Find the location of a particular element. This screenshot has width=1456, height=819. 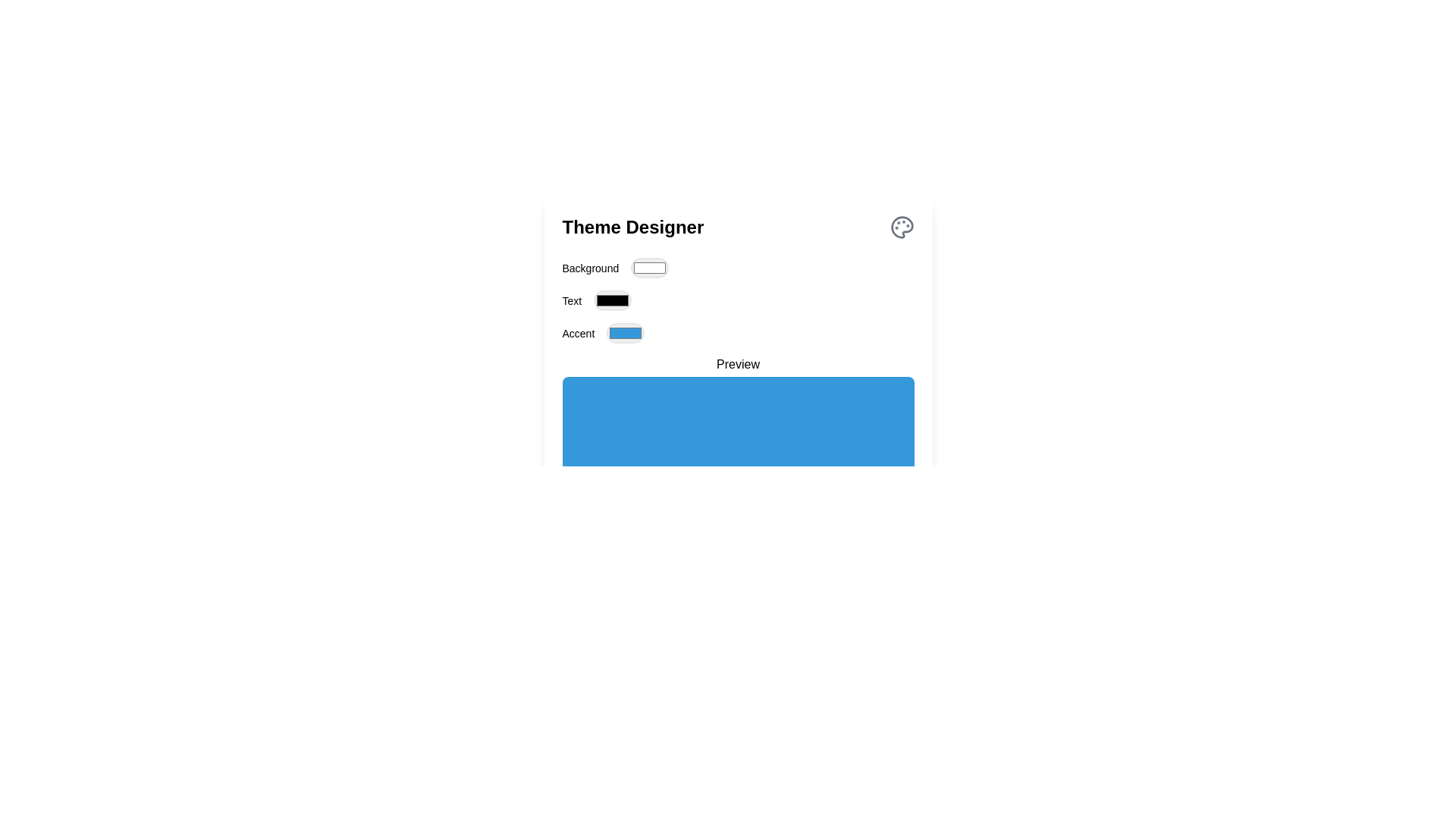

the Color picker button located directly to the right of the 'Background' label is located at coordinates (650, 267).